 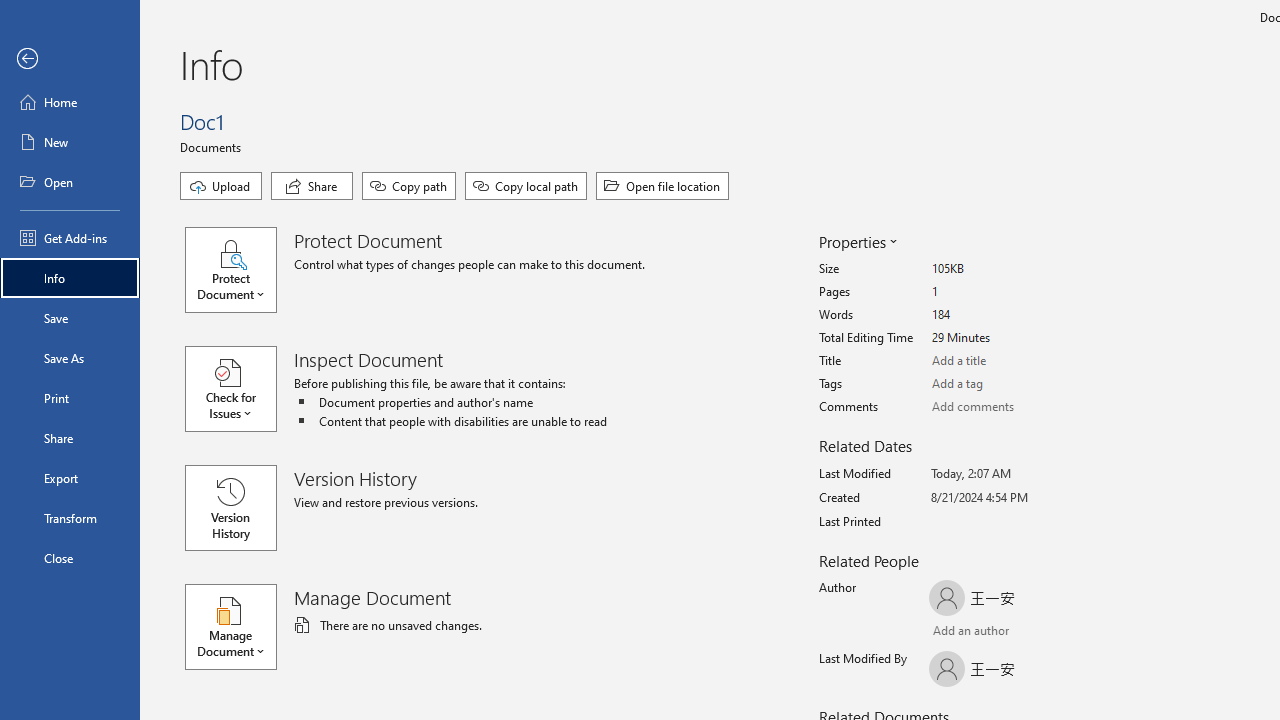 What do you see at coordinates (221, 186) in the screenshot?
I see `'Upload'` at bounding box center [221, 186].